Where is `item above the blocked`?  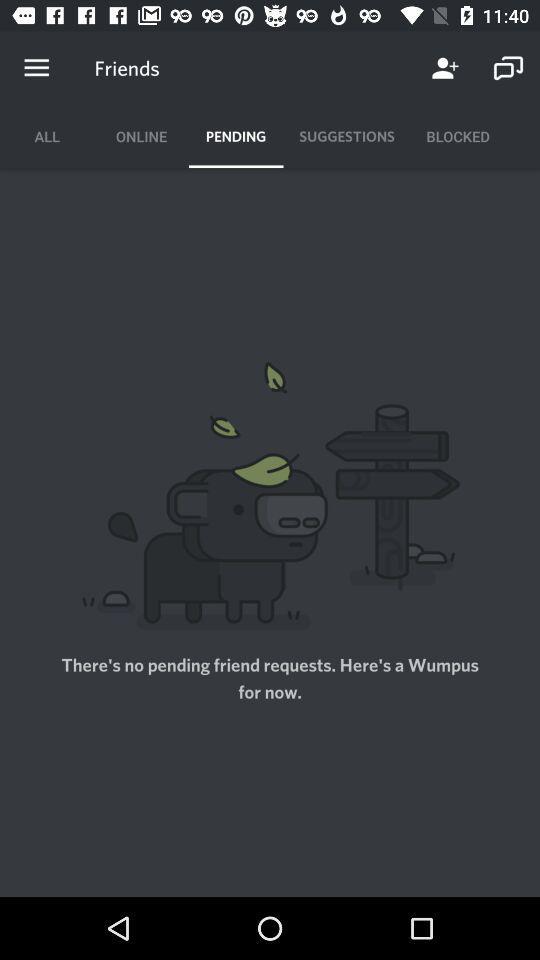
item above the blocked is located at coordinates (445, 68).